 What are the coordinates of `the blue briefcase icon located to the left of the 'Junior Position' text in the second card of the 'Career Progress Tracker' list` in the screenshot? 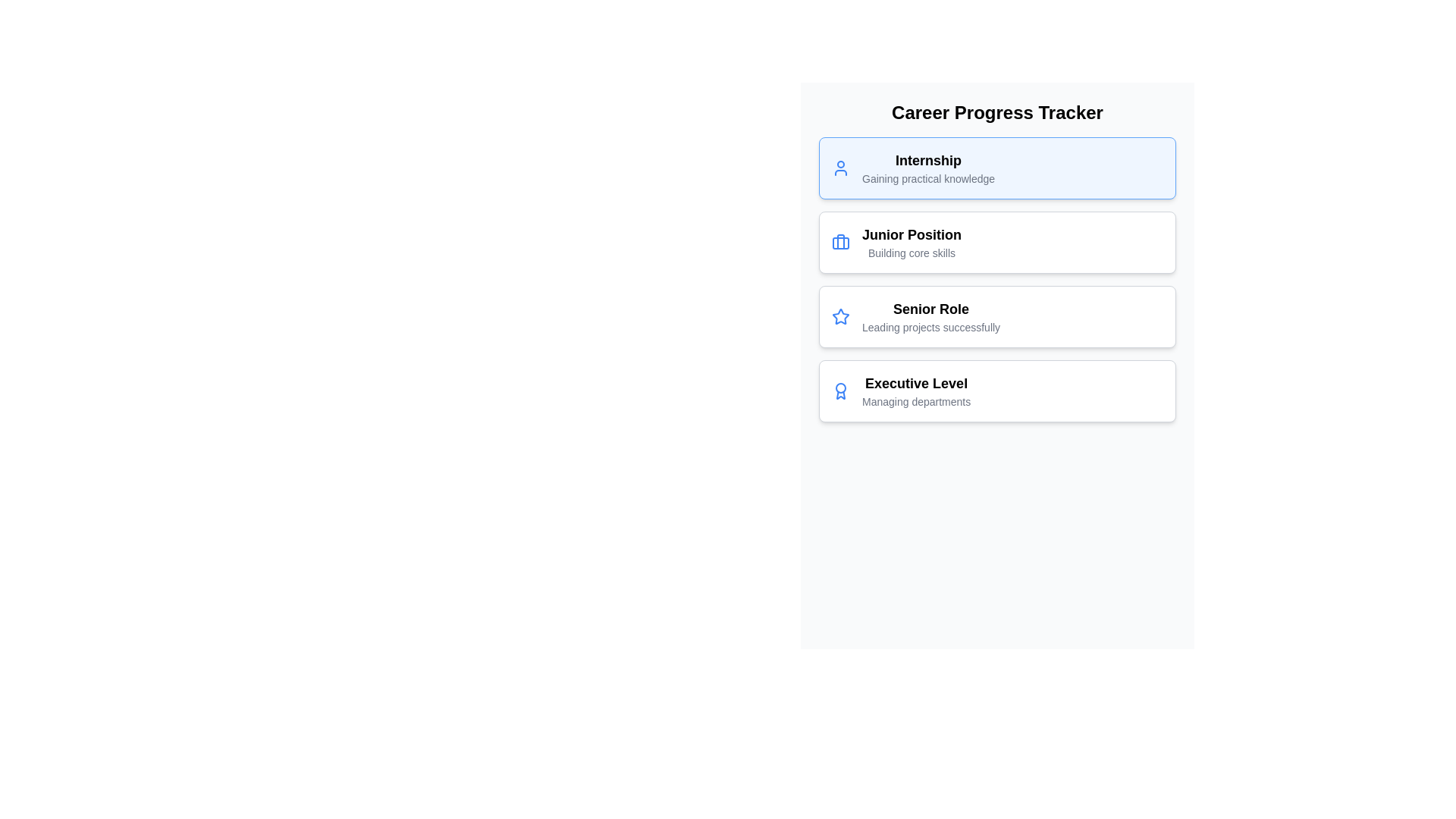 It's located at (839, 242).